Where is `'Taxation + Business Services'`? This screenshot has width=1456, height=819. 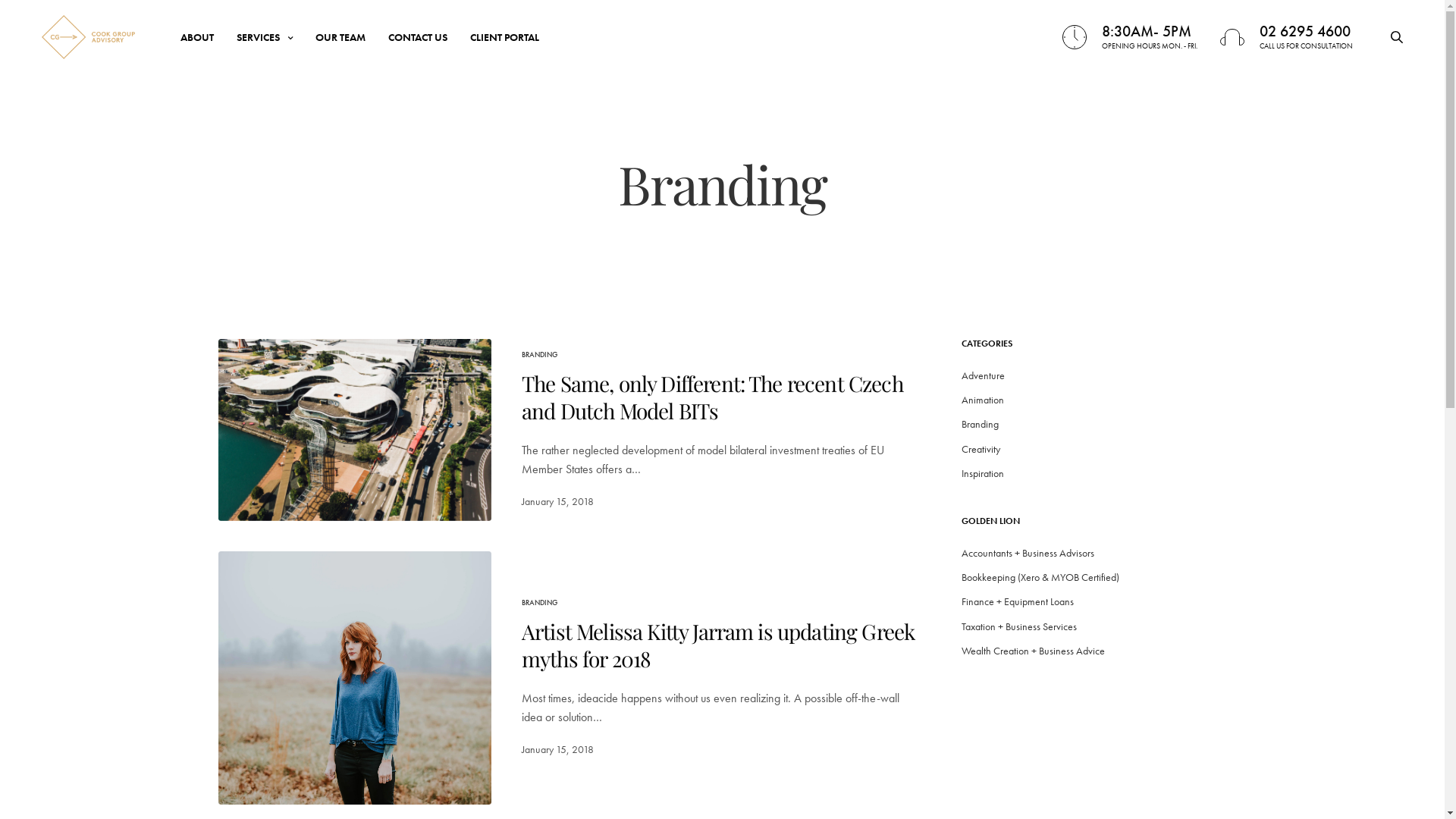 'Taxation + Business Services' is located at coordinates (1019, 626).